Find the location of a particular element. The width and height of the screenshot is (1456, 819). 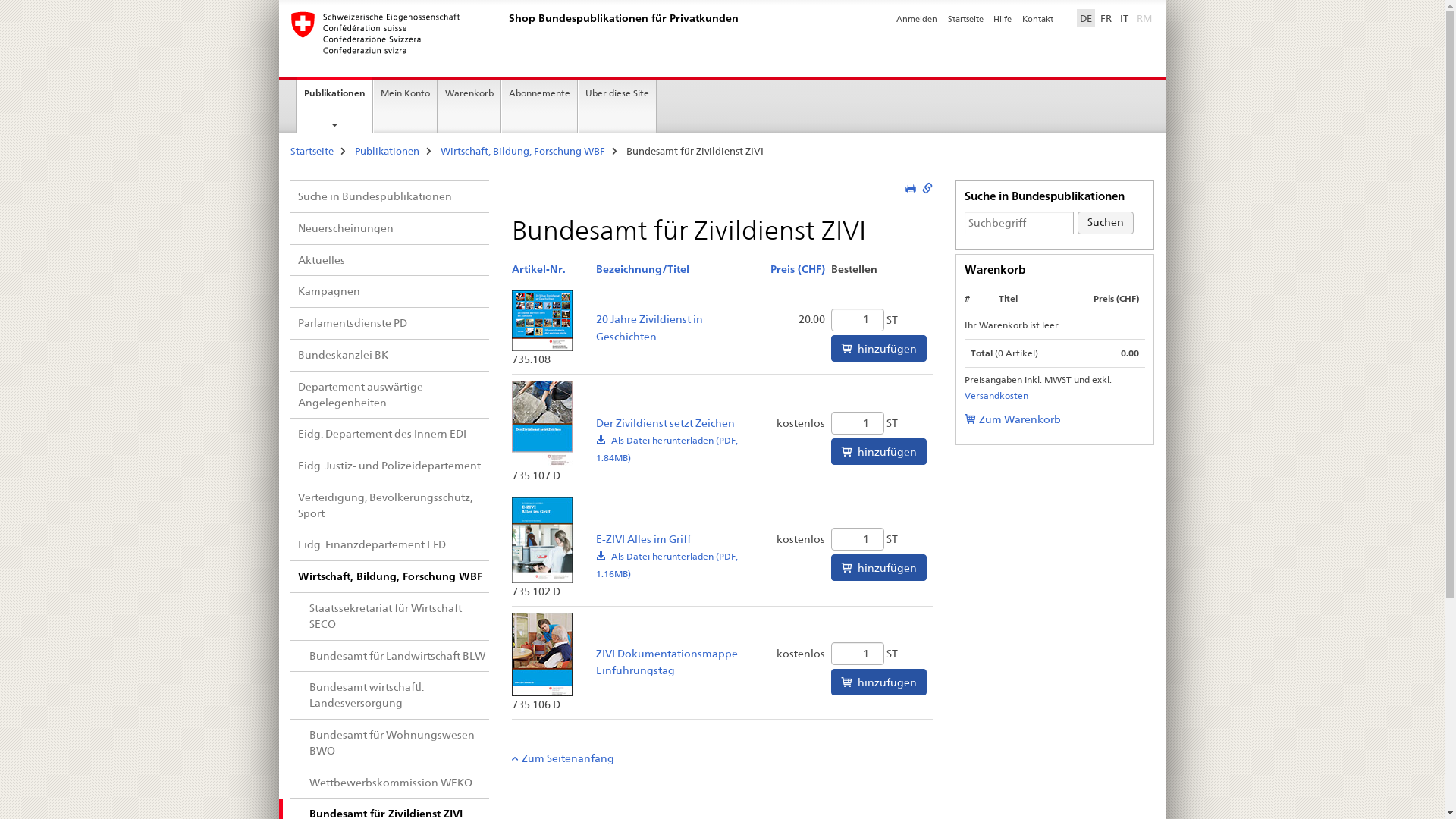

'Bundesamt wirtschaftl. Landesversorgung' is located at coordinates (290, 695).